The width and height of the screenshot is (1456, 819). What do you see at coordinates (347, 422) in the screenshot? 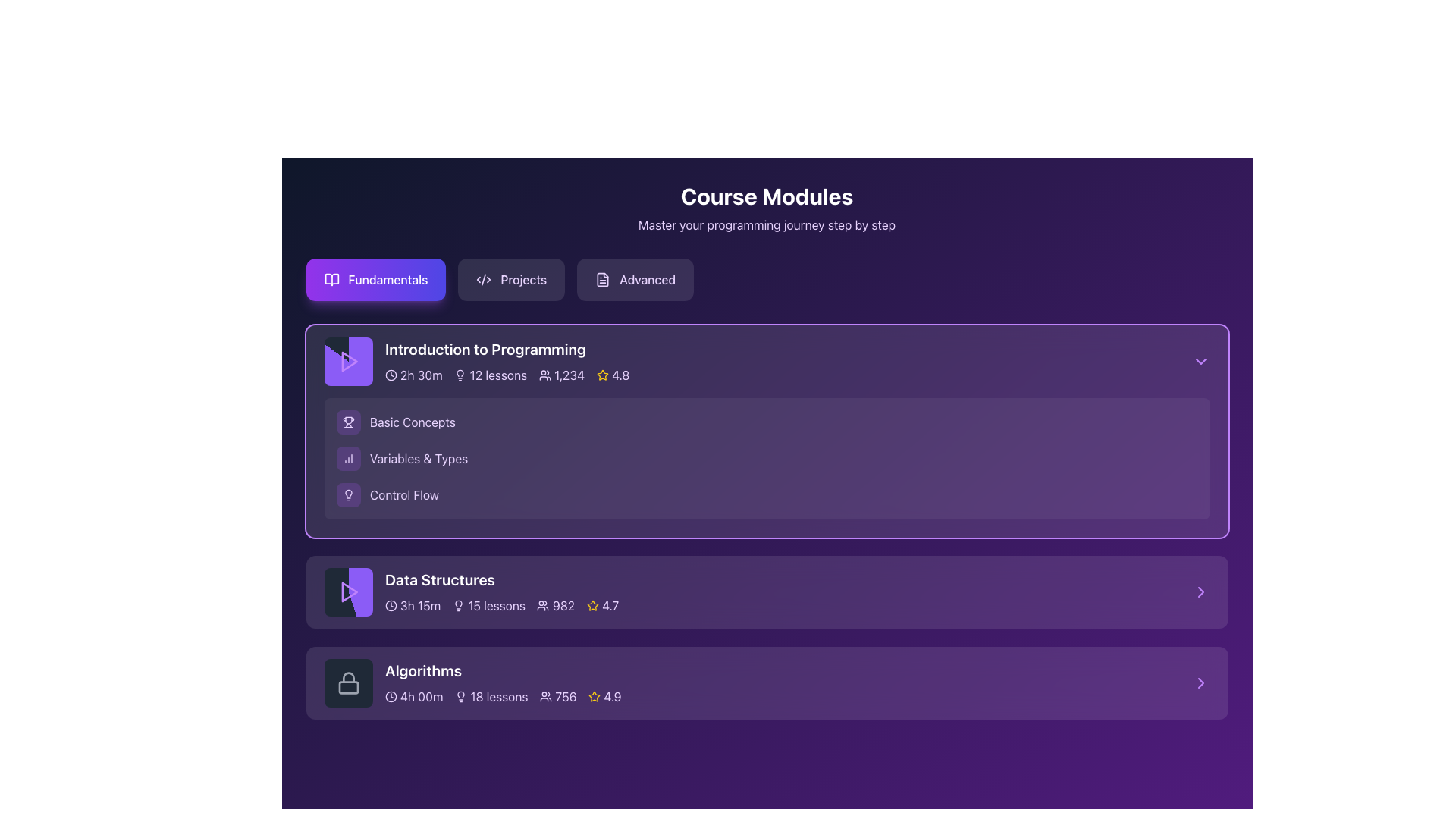
I see `the purple trophy icon button located in the 'Introduction to Programming' section, which is the first element to the left of the 'Basic Concepts' text` at bounding box center [347, 422].